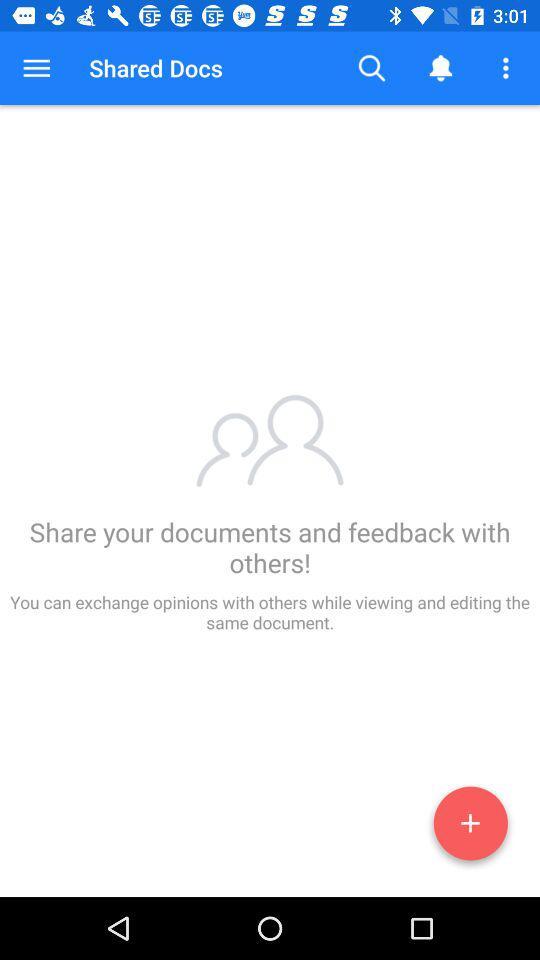 This screenshot has width=540, height=960. I want to click on document, so click(470, 827).